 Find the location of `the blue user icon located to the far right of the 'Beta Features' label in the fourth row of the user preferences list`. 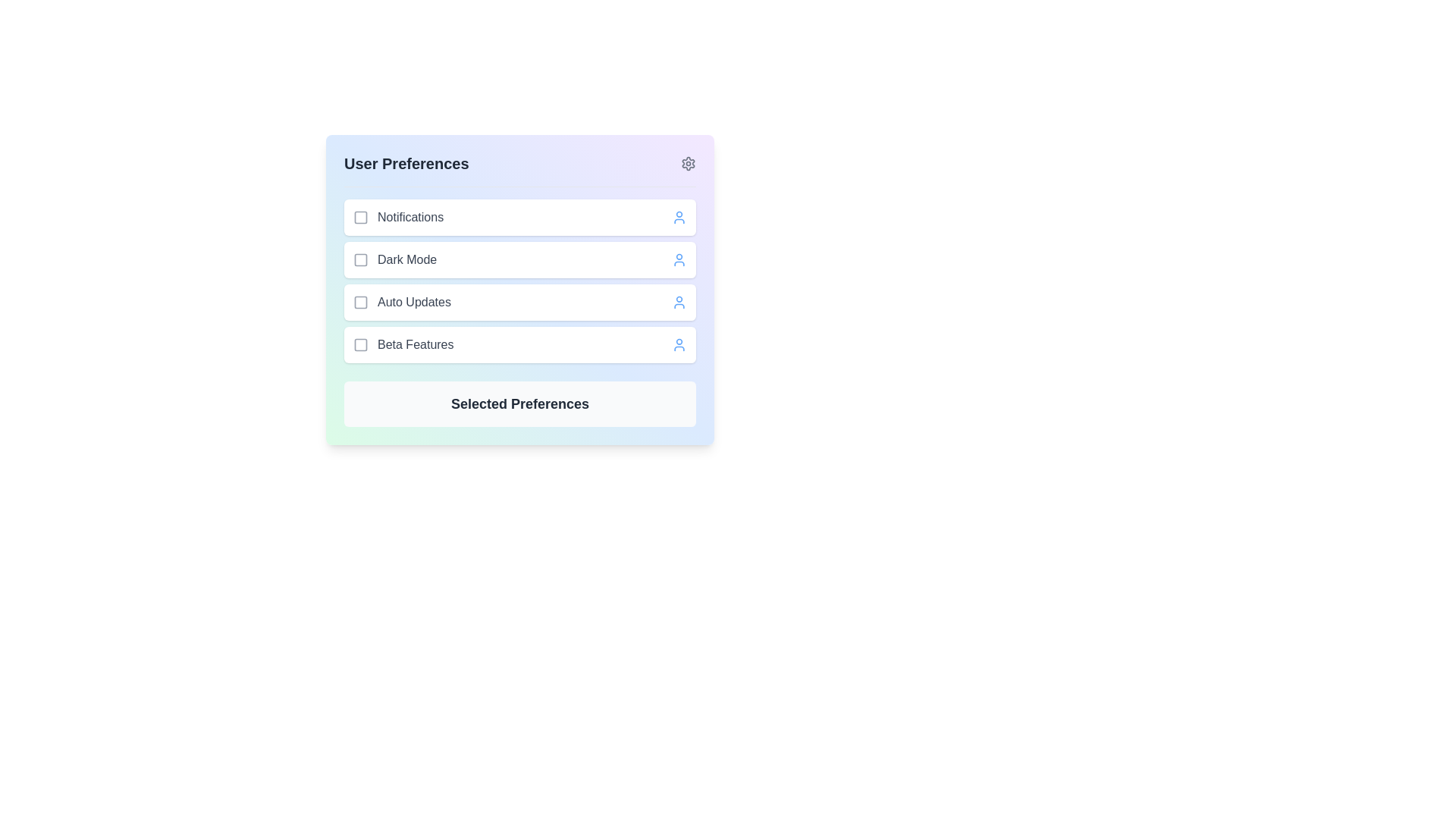

the blue user icon located to the far right of the 'Beta Features' label in the fourth row of the user preferences list is located at coordinates (679, 345).